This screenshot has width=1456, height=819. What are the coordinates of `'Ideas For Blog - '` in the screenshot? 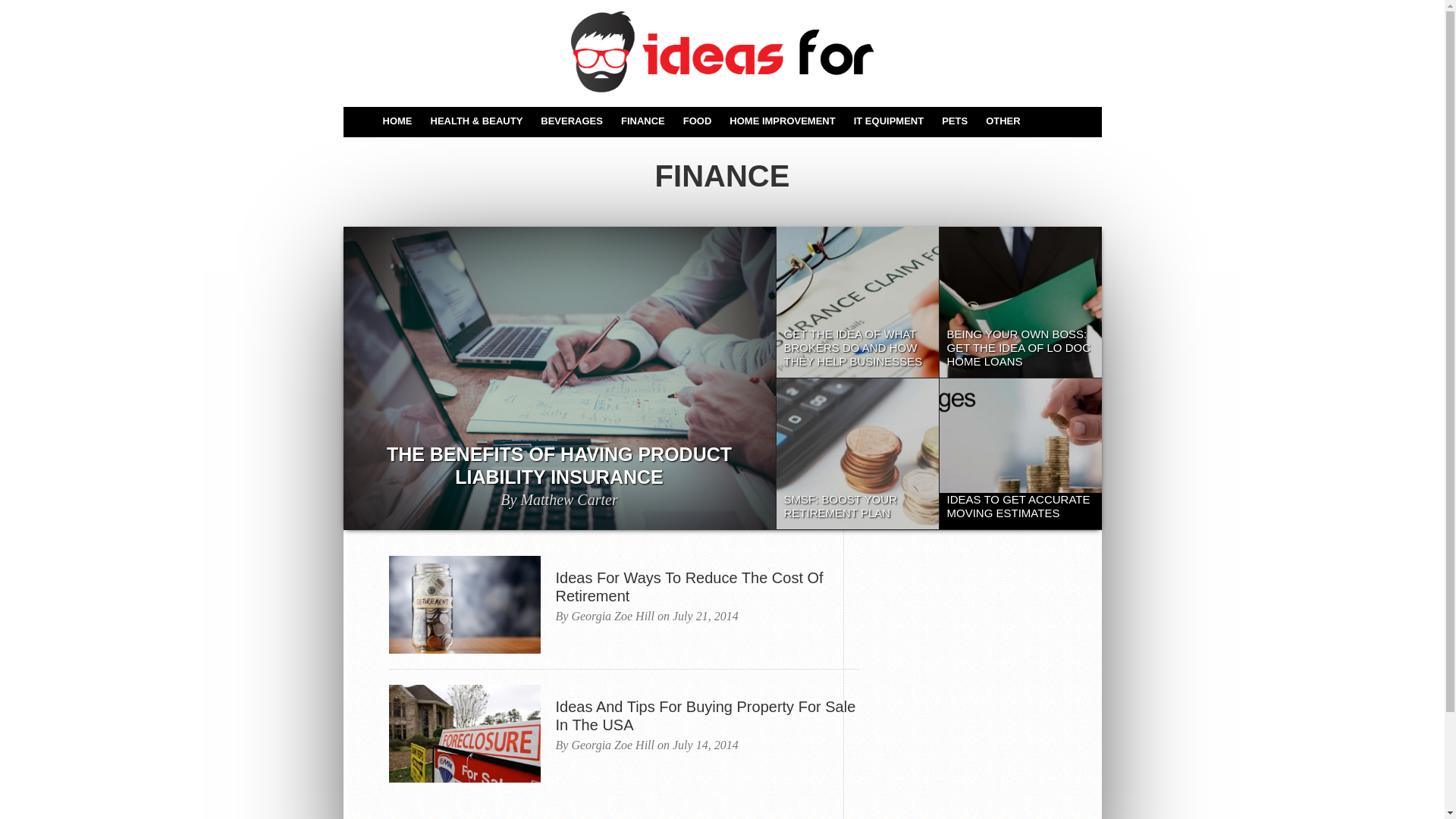 It's located at (720, 51).